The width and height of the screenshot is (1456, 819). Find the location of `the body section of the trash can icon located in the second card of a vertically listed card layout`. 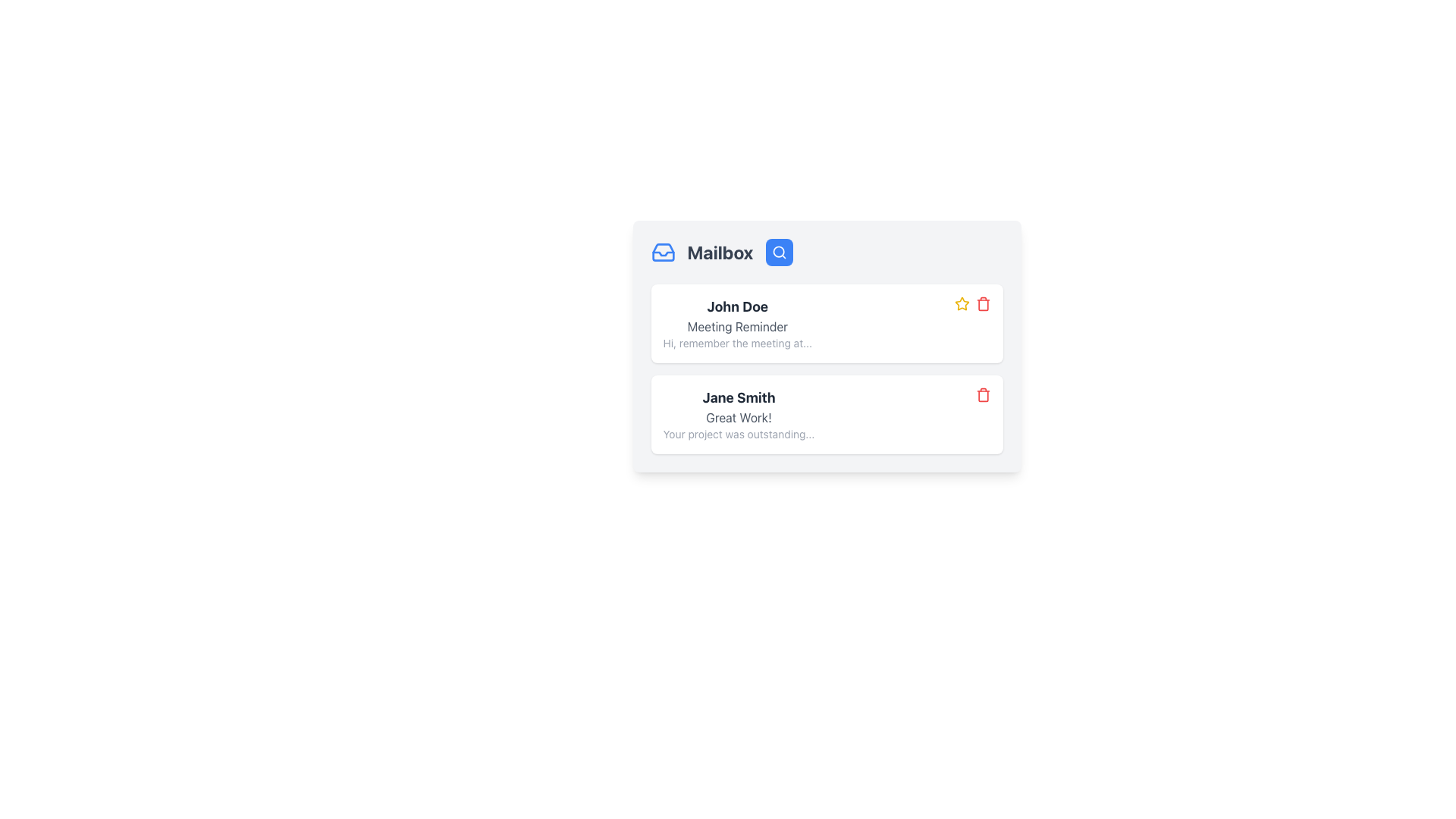

the body section of the trash can icon located in the second card of a vertically listed card layout is located at coordinates (983, 395).